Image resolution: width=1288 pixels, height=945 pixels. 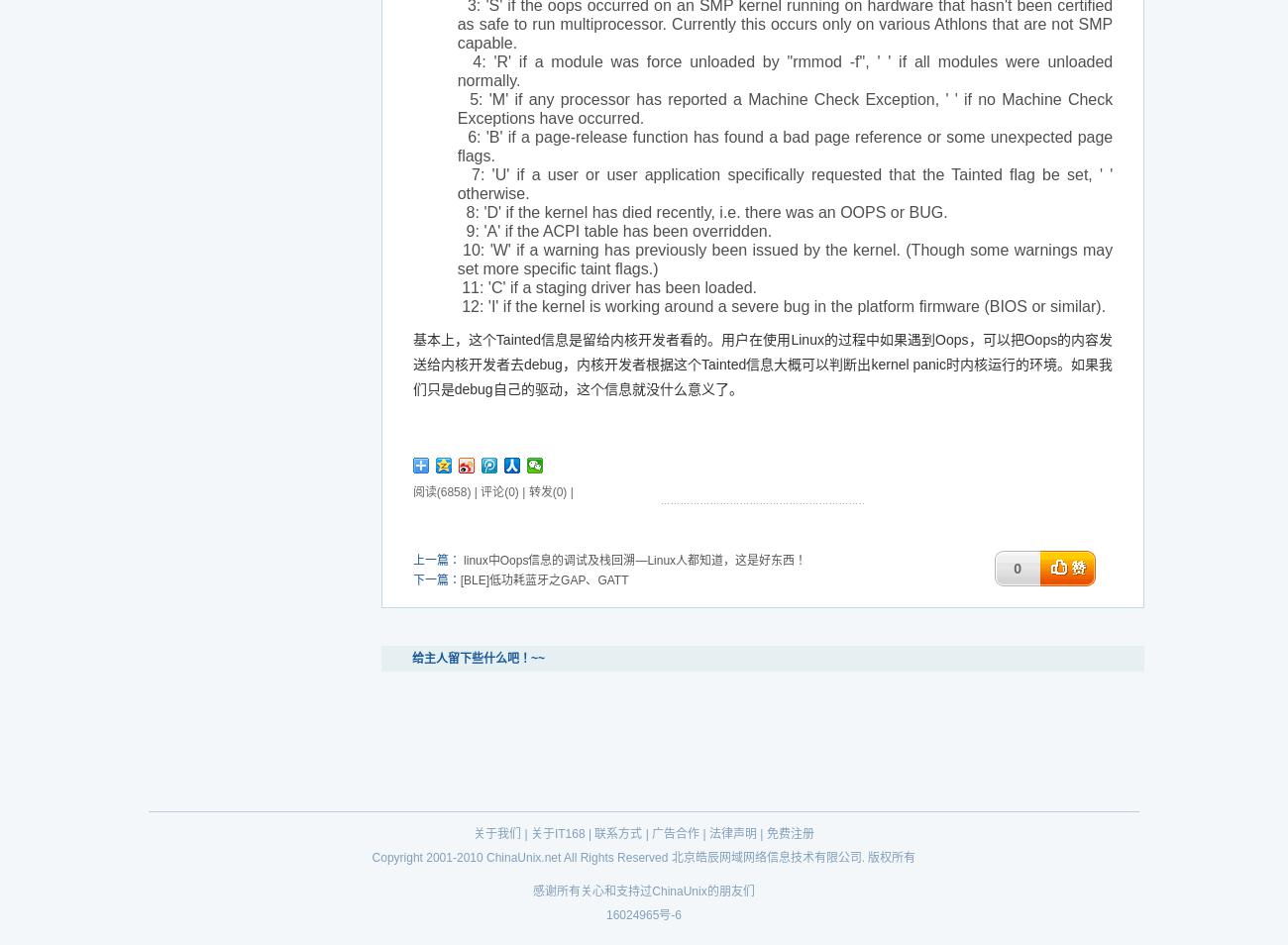 I want to click on '6: 'B' if a page-release function has found a bad page reference or some unexpected page flags.', so click(x=783, y=145).